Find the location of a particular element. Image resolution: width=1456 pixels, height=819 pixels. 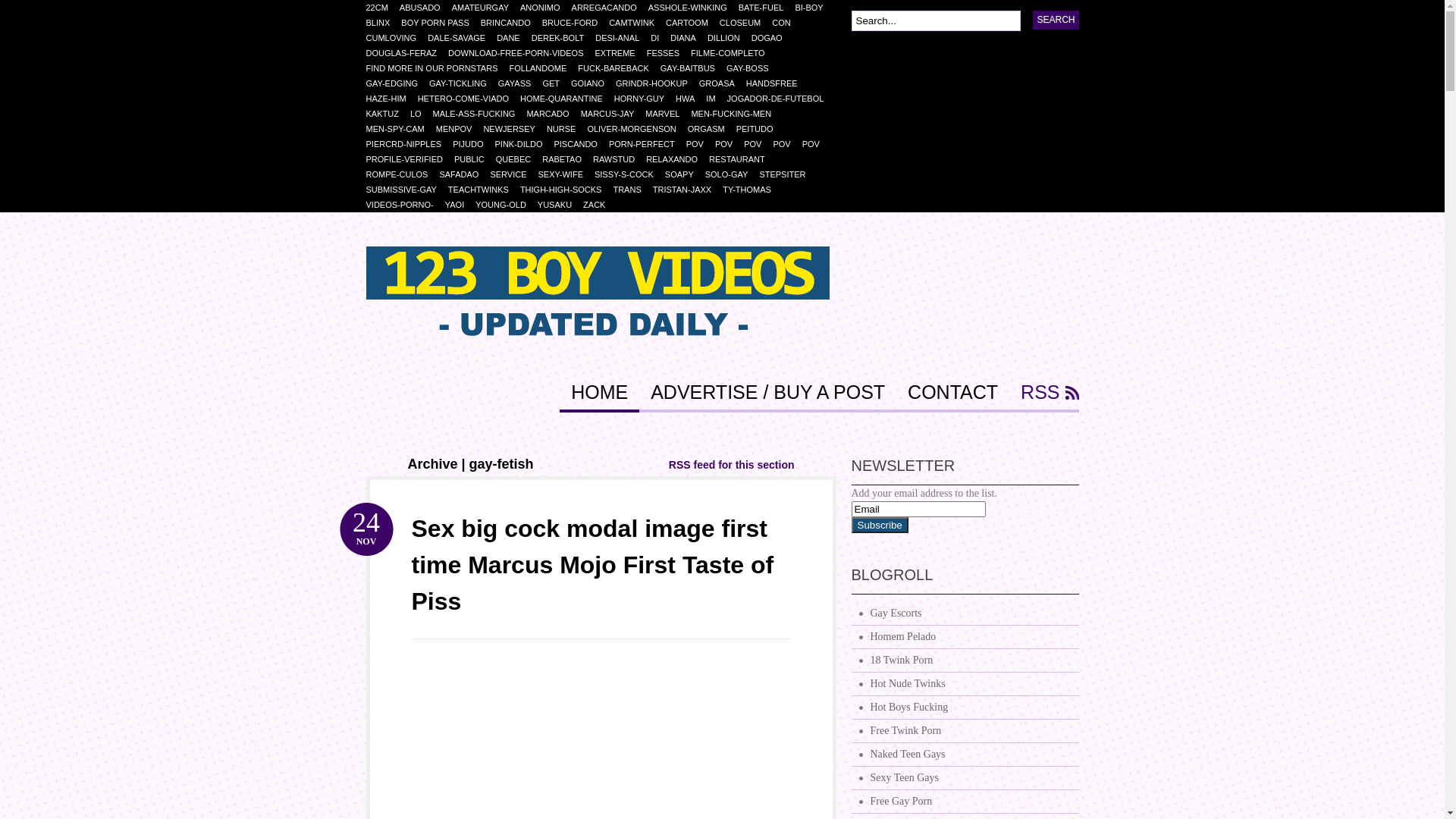

'PEITUDO' is located at coordinates (761, 127).